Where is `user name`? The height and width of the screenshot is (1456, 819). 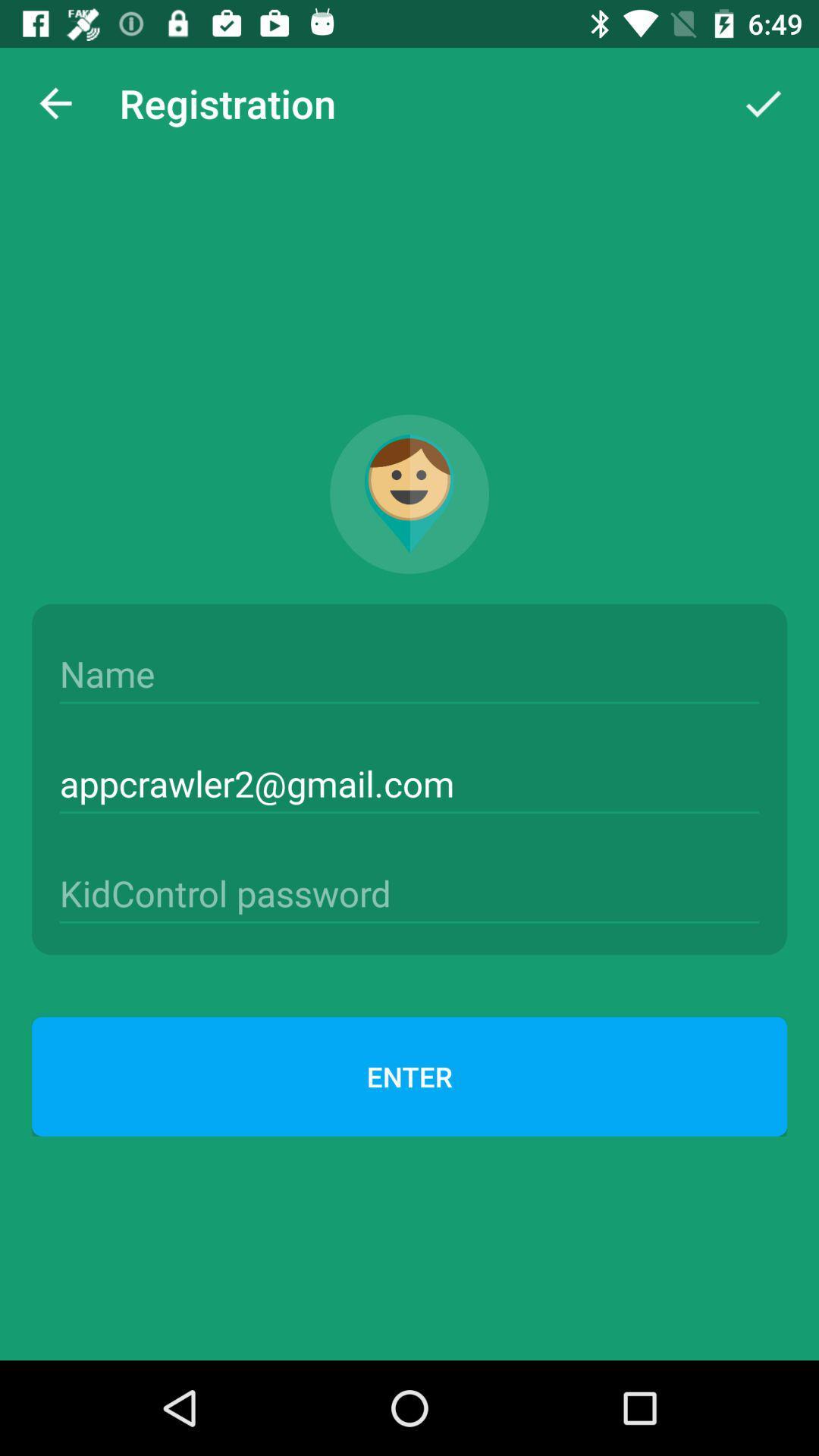
user name is located at coordinates (409, 673).